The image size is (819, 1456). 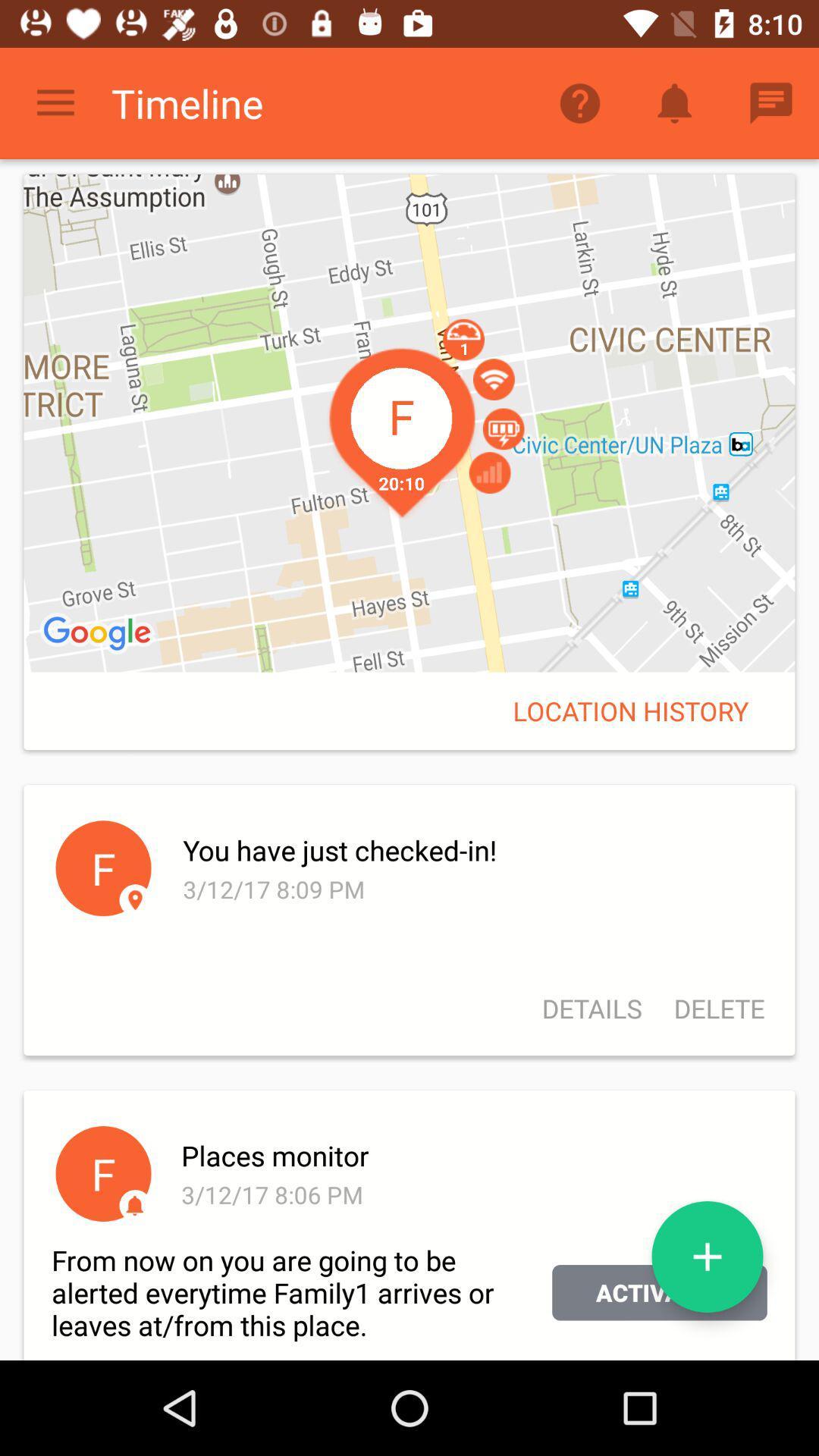 What do you see at coordinates (579, 102) in the screenshot?
I see `the icon next to timeline item` at bounding box center [579, 102].